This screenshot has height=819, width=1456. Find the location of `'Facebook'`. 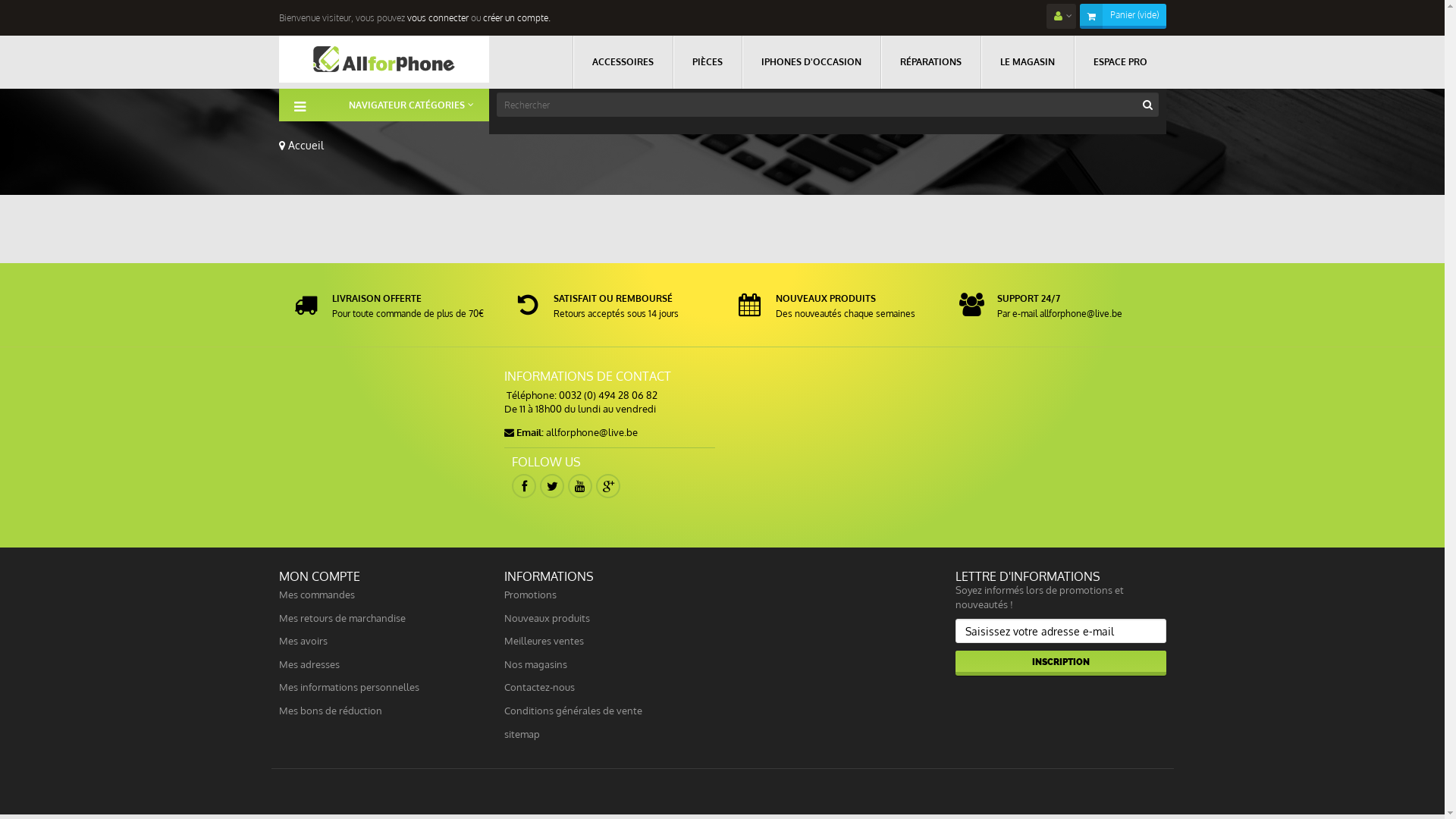

'Facebook' is located at coordinates (524, 485).